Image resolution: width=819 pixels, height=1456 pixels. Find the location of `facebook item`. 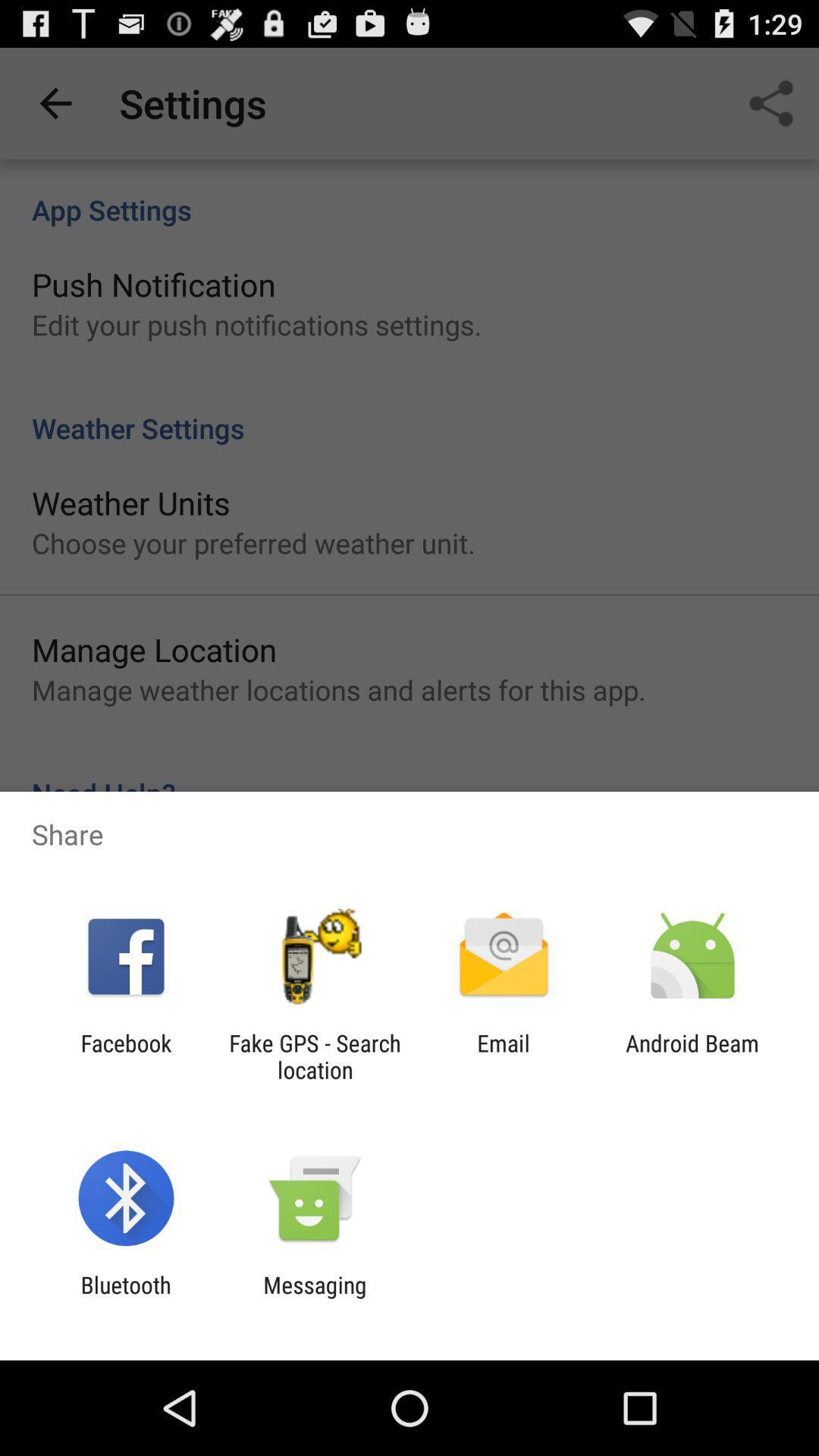

facebook item is located at coordinates (125, 1056).